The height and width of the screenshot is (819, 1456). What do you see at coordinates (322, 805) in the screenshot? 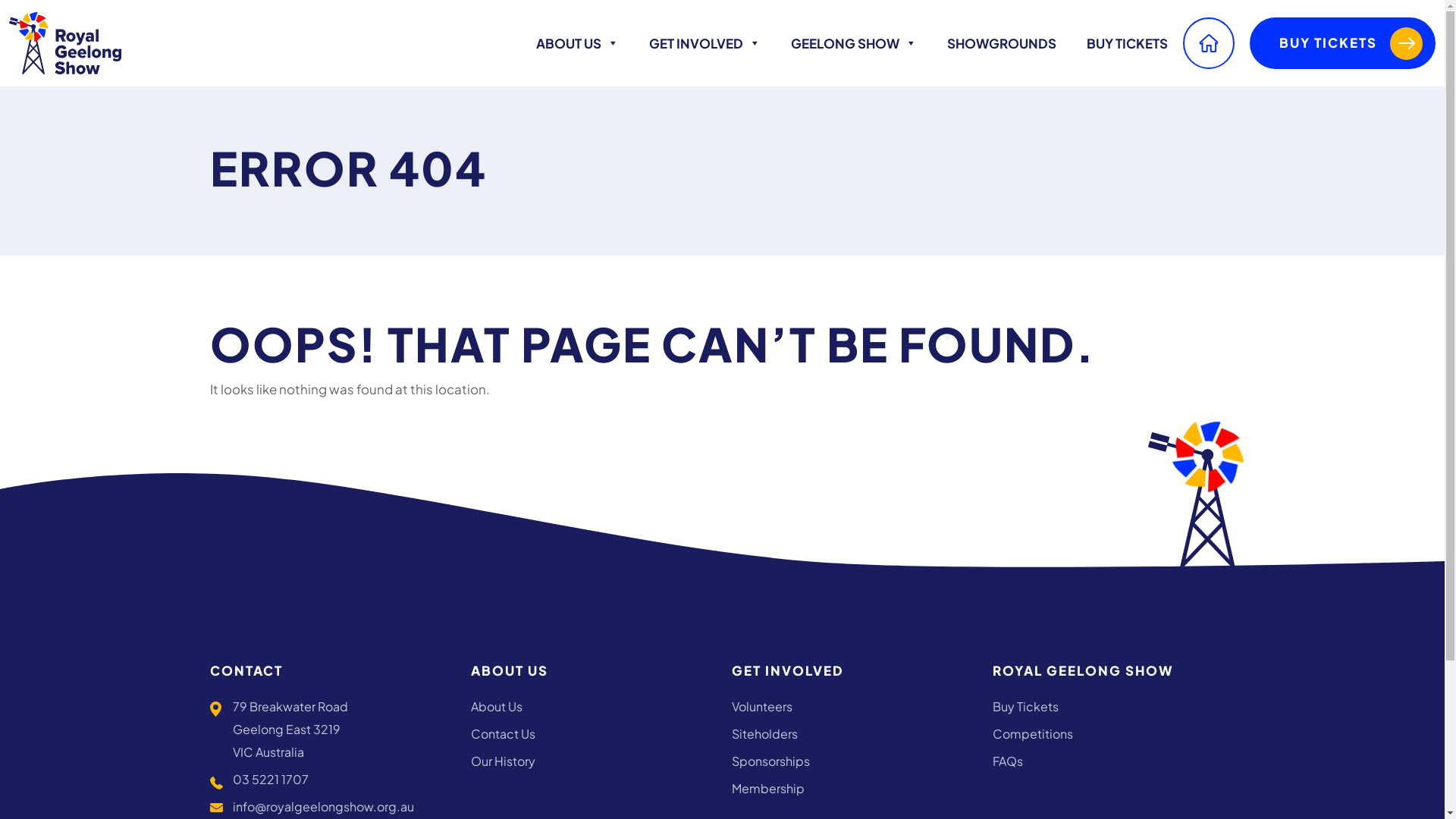
I see `'info@royalgeelongshow.org.au'` at bounding box center [322, 805].